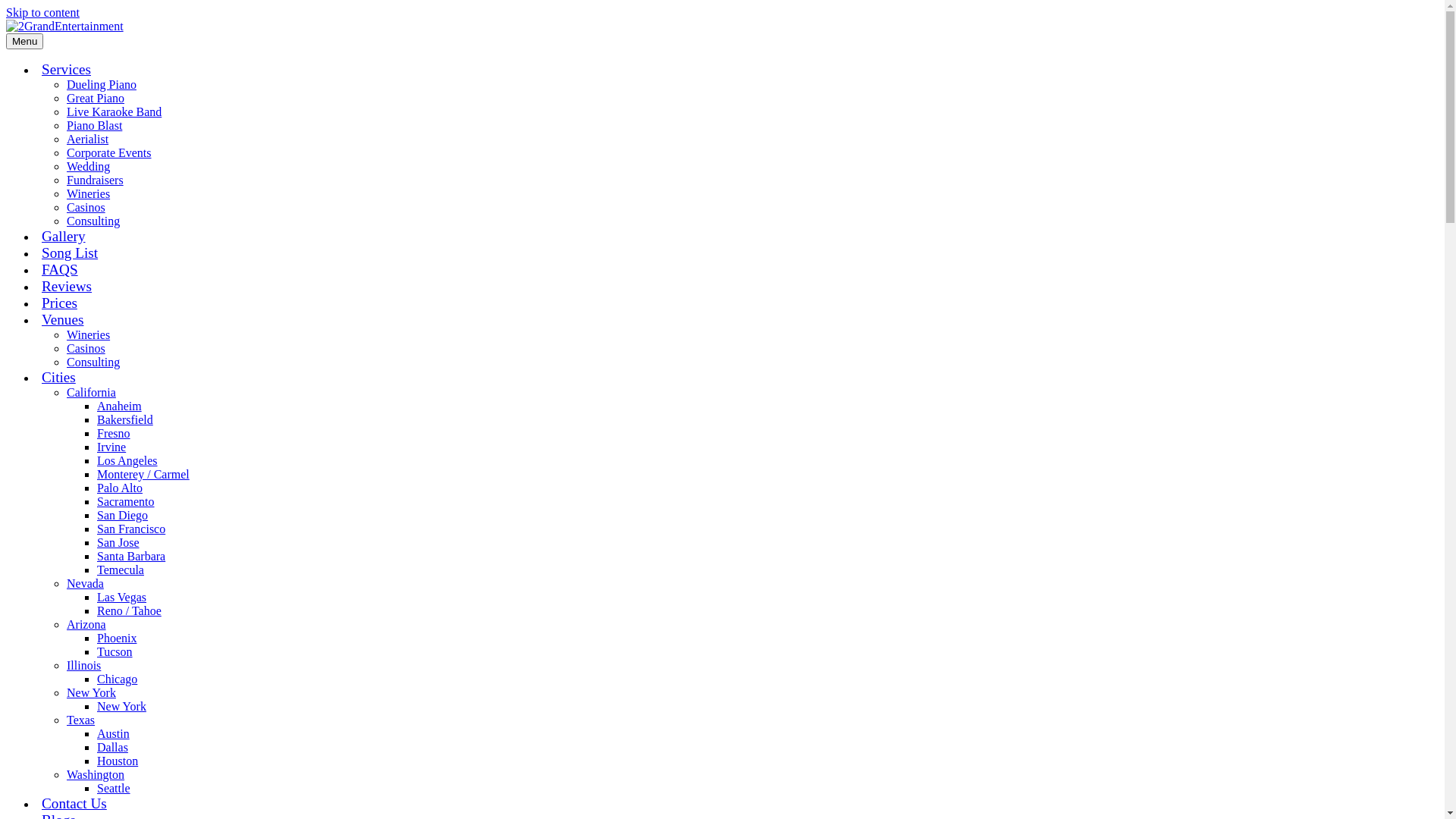 The height and width of the screenshot is (819, 1456). What do you see at coordinates (93, 221) in the screenshot?
I see `'Consulting'` at bounding box center [93, 221].